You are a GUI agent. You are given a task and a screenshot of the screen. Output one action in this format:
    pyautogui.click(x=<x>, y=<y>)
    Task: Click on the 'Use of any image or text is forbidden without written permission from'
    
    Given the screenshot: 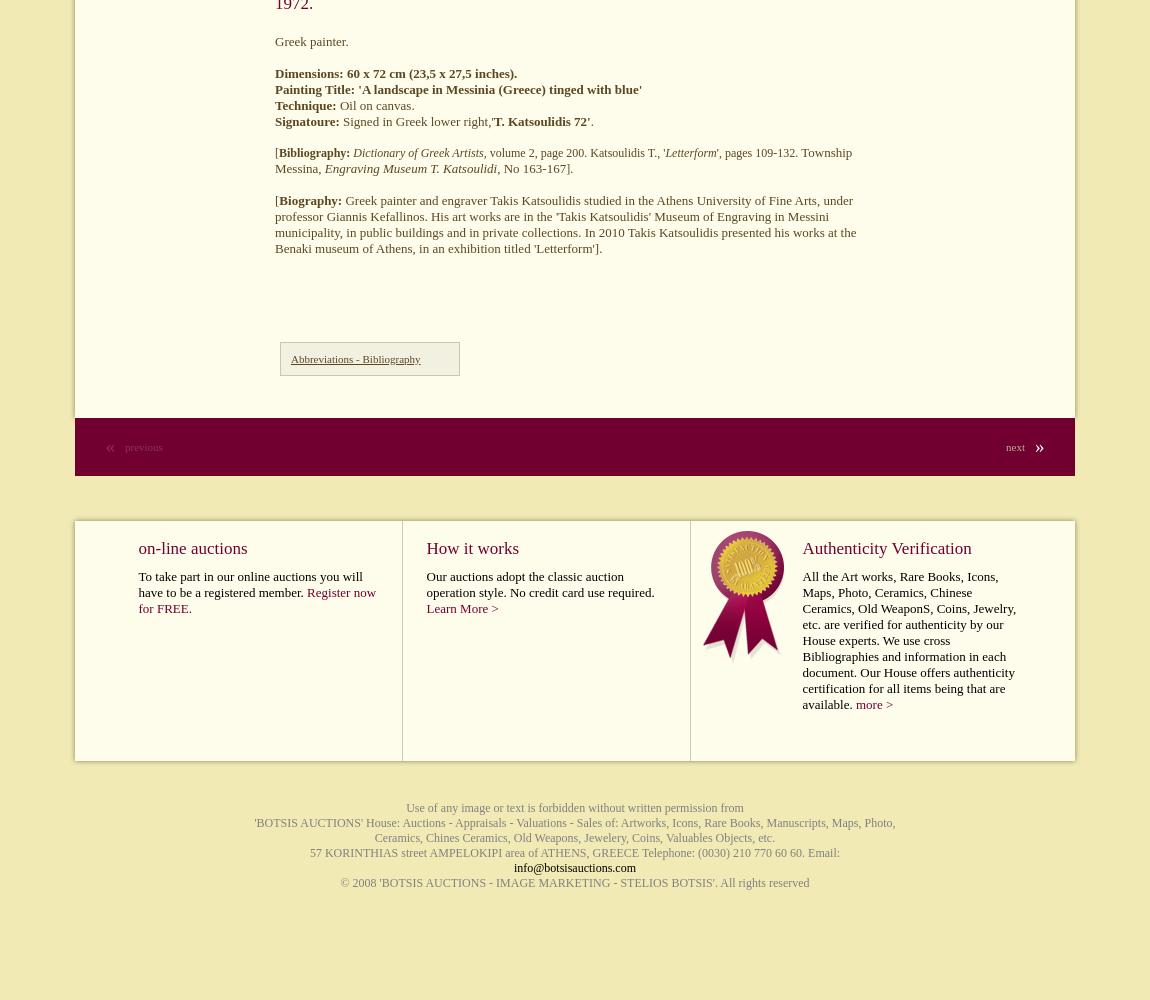 What is the action you would take?
    pyautogui.click(x=574, y=808)
    